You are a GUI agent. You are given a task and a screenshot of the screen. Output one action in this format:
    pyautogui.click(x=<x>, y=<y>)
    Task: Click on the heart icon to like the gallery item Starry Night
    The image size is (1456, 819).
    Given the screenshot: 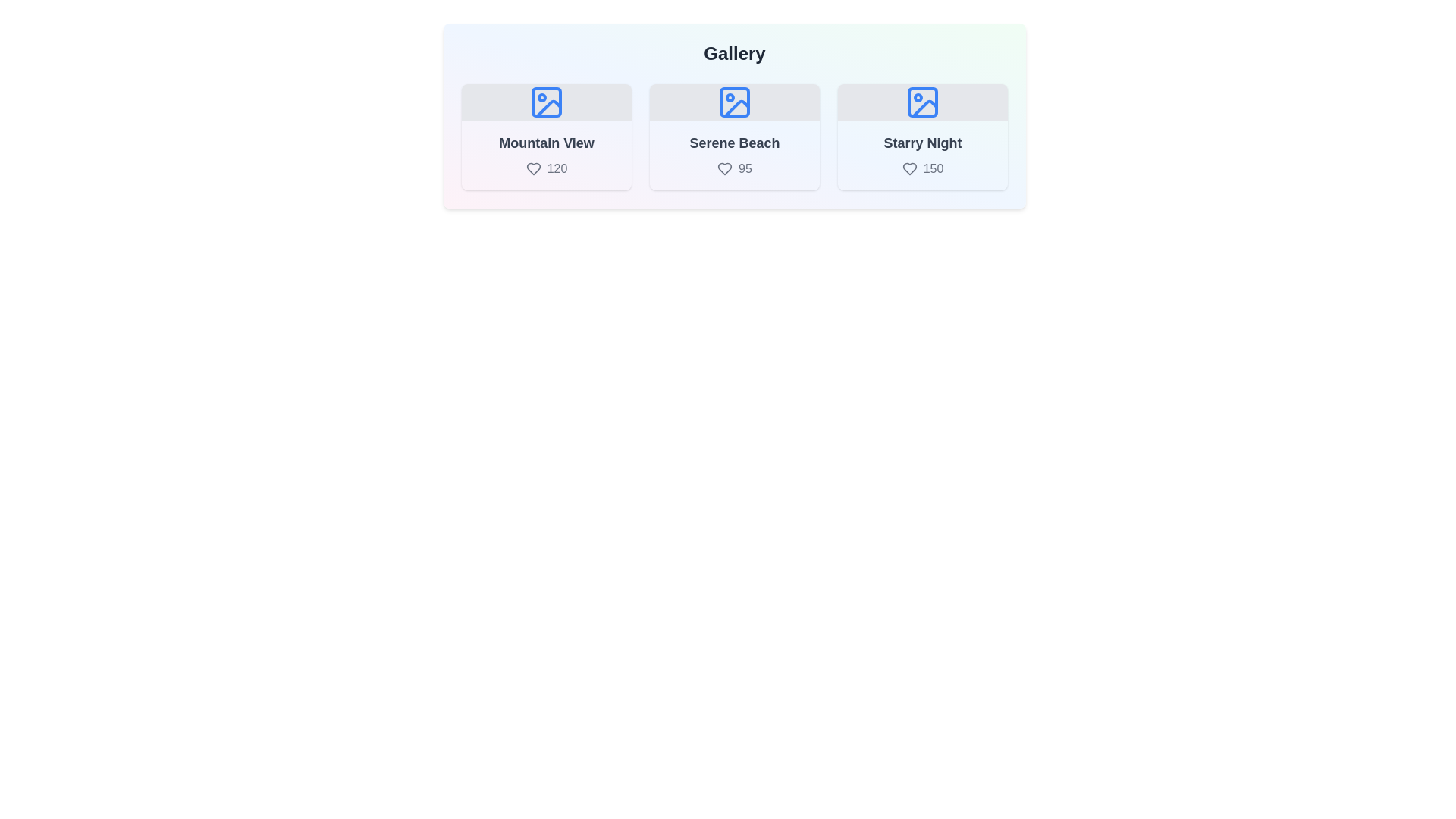 What is the action you would take?
    pyautogui.click(x=909, y=169)
    